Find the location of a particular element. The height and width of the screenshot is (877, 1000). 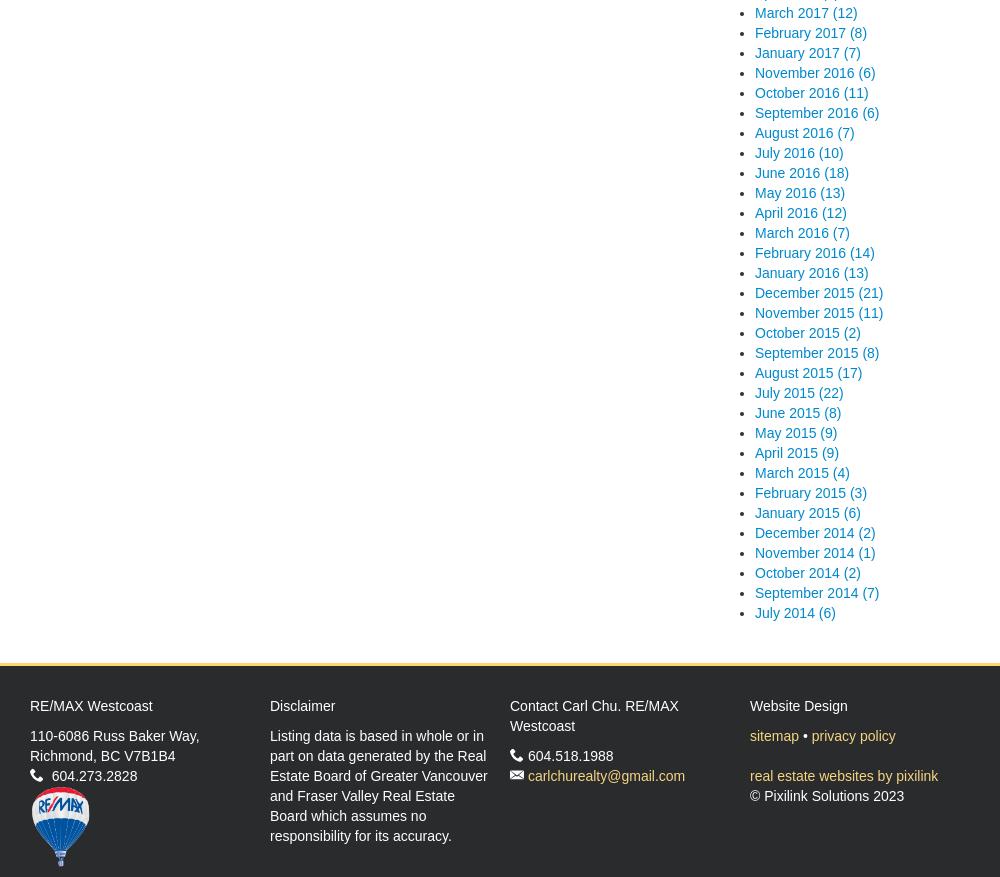

'October 2015 (2)' is located at coordinates (807, 331).